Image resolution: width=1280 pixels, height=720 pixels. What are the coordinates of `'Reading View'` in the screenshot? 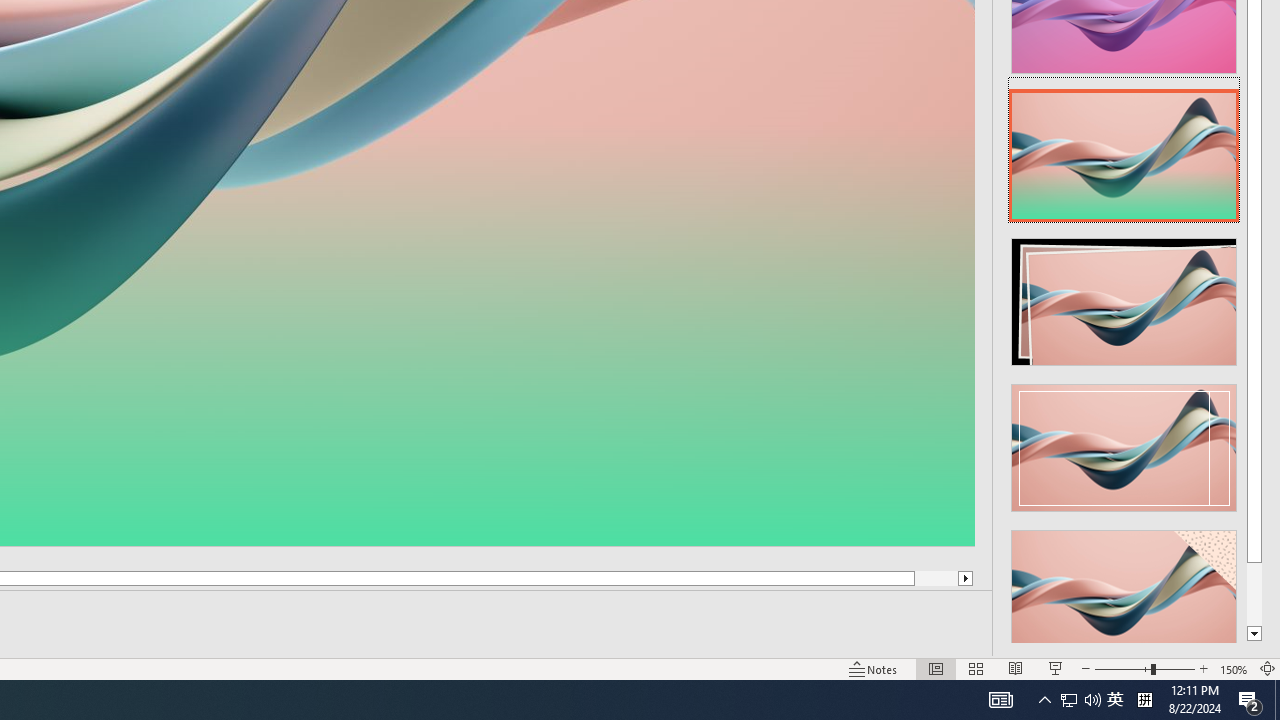 It's located at (1015, 669).